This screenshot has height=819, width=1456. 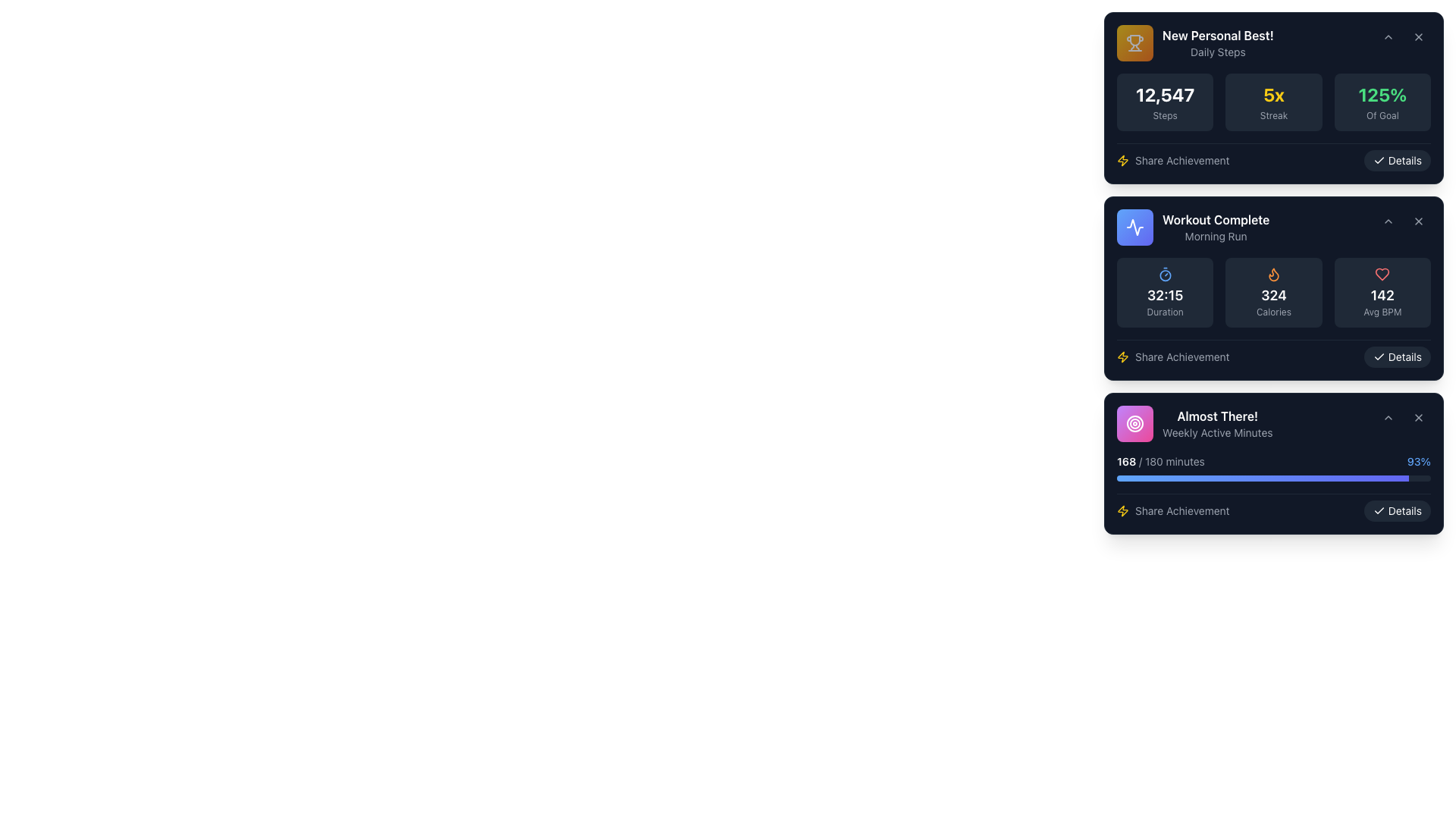 What do you see at coordinates (1418, 418) in the screenshot?
I see `the close icon represented as an 'X' shape in the top-right corner of the 'Almost There!' card` at bounding box center [1418, 418].